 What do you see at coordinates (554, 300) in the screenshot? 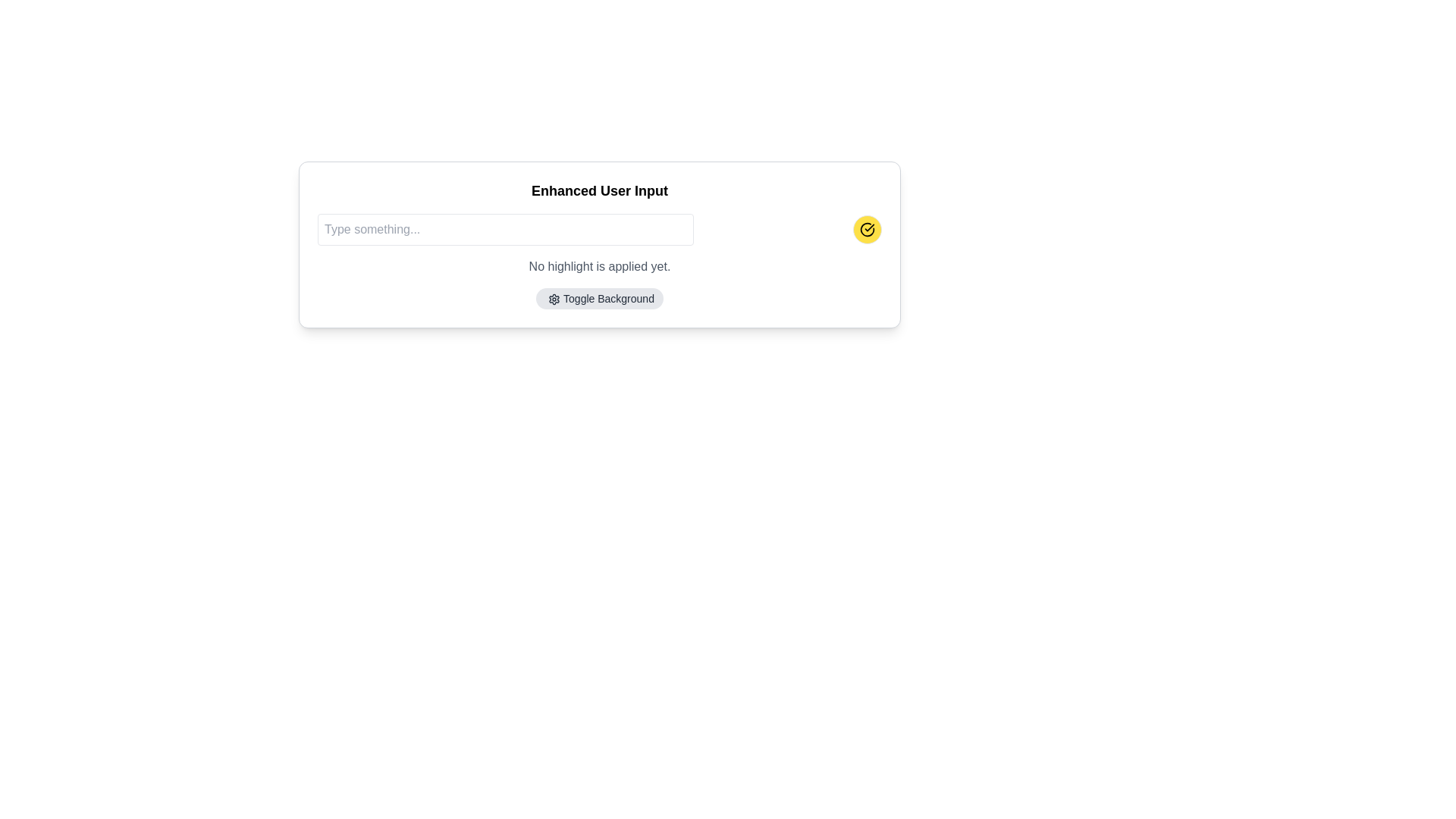
I see `the settings cogwheel icon located in the 'Toggle Background' button at the bottom of the 'Enhanced User Input' panel` at bounding box center [554, 300].